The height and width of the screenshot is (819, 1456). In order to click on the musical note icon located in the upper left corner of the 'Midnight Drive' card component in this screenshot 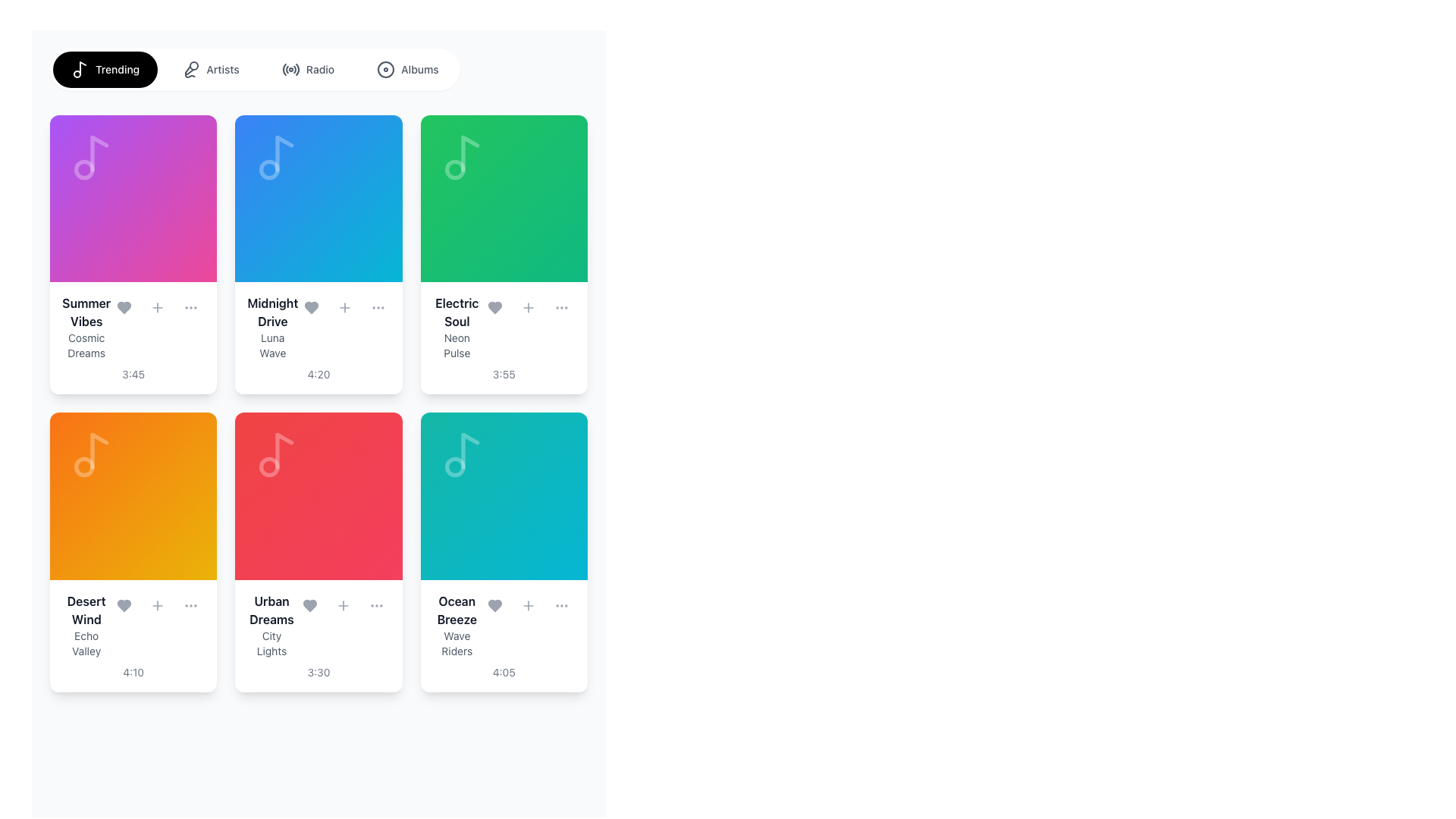, I will do `click(278, 158)`.